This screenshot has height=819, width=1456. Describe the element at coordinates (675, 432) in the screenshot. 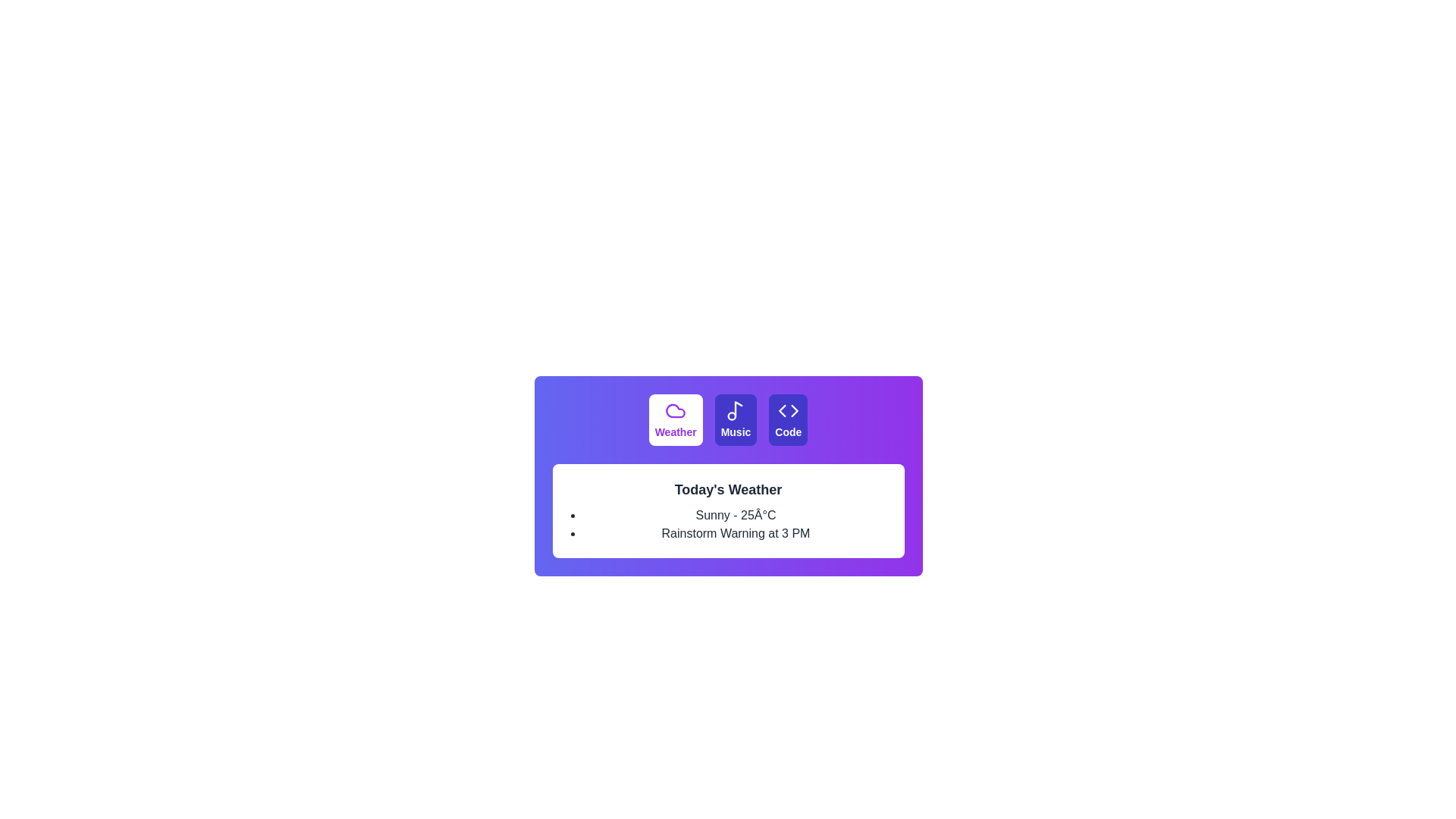

I see `the 'Weather' text label, which is styled with a bold purple font and positioned below a cloud icon in the top-left section of the card` at that location.